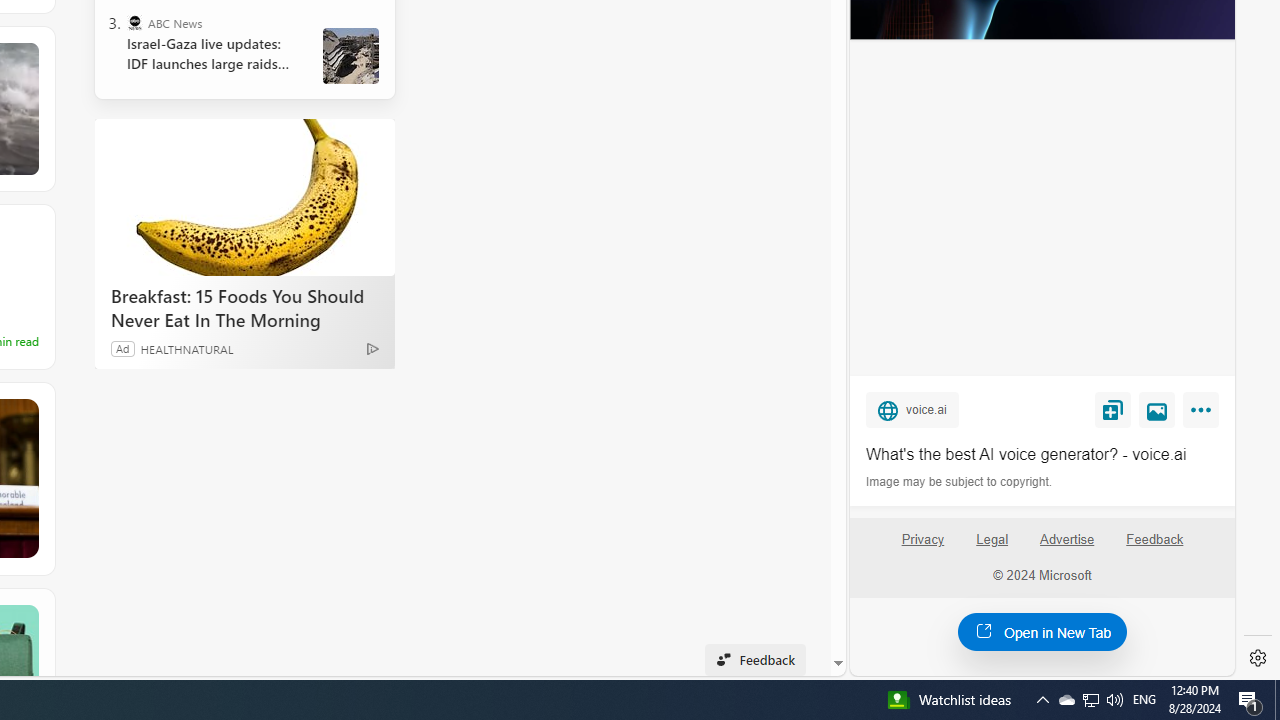  What do you see at coordinates (911, 408) in the screenshot?
I see `'voice.ai'` at bounding box center [911, 408].